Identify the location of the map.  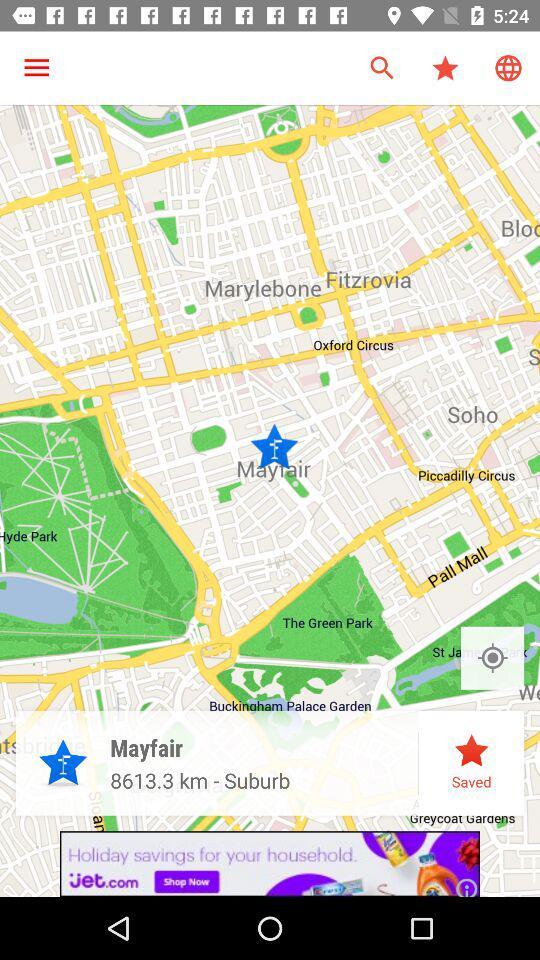
(491, 657).